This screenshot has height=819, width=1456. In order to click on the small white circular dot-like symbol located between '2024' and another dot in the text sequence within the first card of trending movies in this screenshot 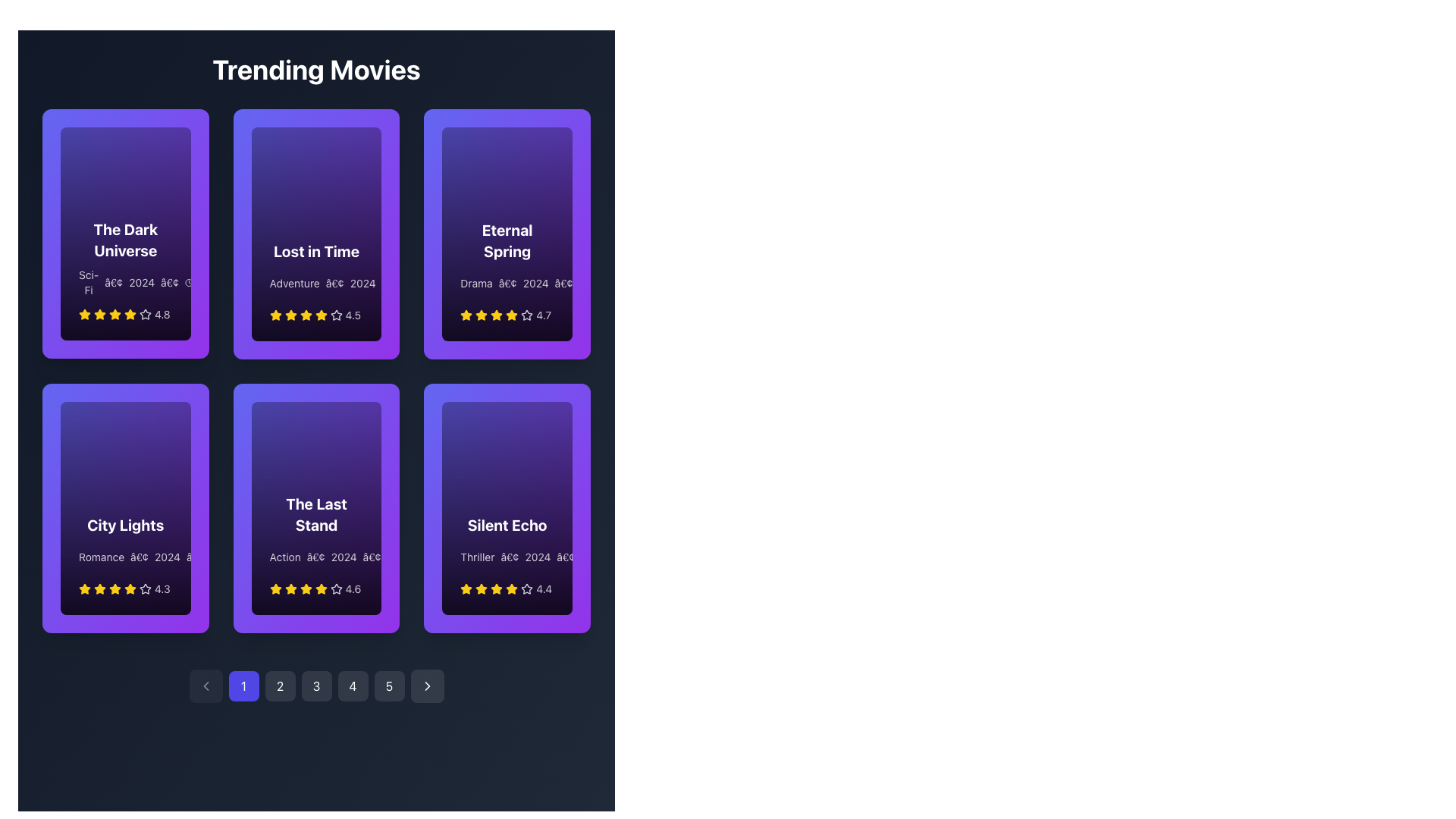, I will do `click(170, 283)`.